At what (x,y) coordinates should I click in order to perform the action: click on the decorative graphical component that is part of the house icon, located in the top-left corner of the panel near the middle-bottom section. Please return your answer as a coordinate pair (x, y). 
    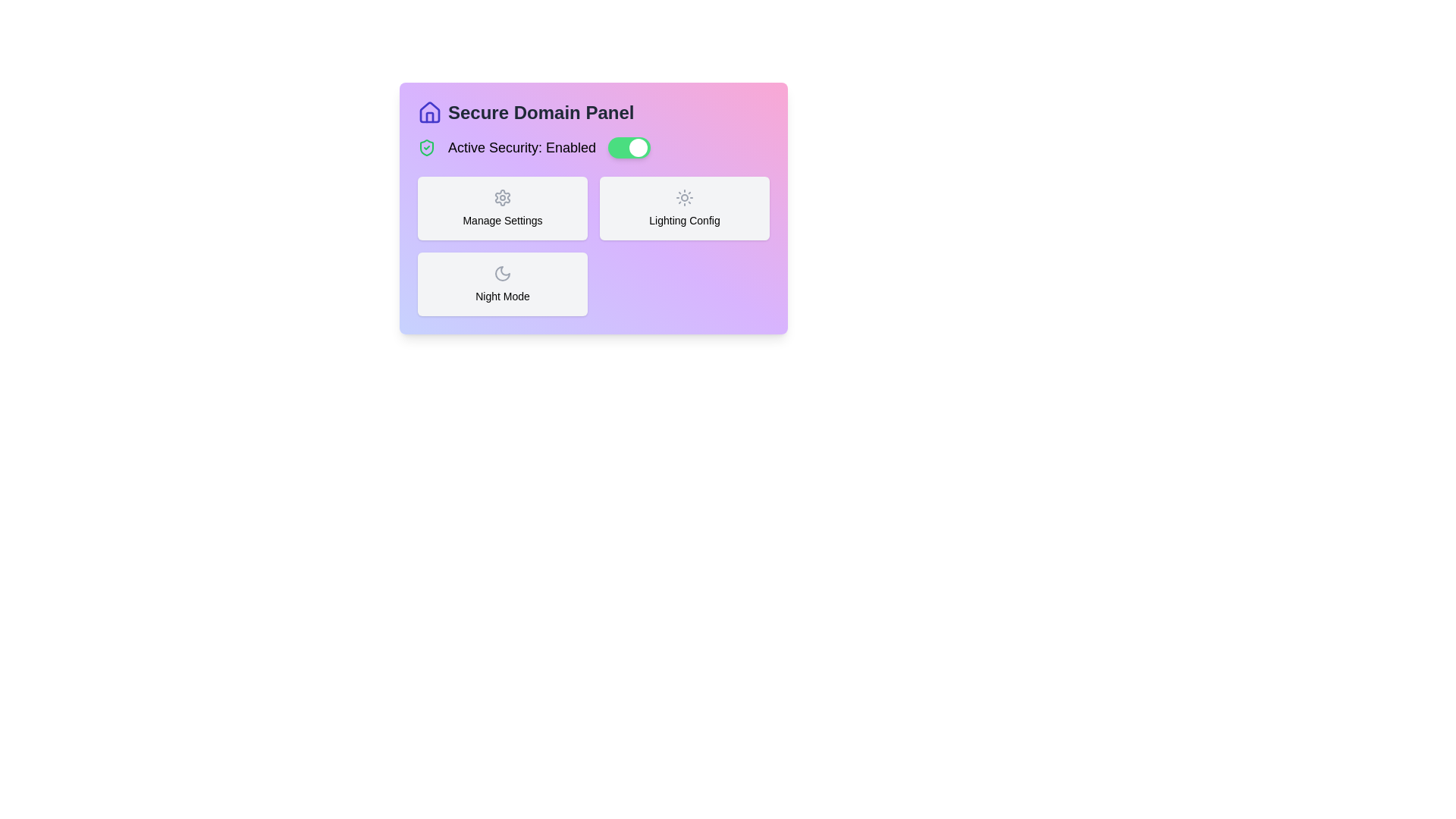
    Looking at the image, I should click on (428, 116).